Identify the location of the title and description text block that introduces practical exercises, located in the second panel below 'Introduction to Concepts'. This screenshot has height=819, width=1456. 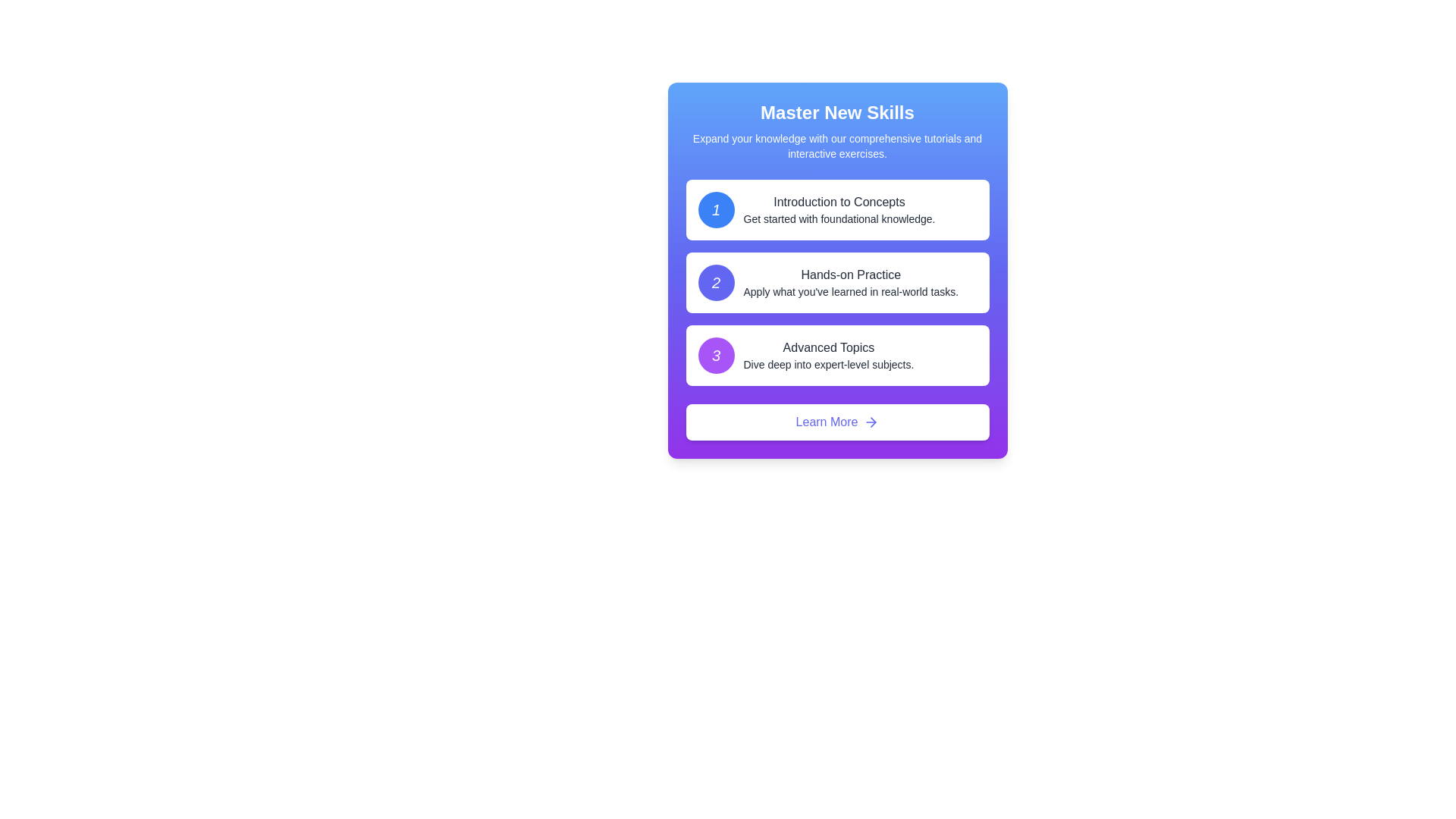
(851, 283).